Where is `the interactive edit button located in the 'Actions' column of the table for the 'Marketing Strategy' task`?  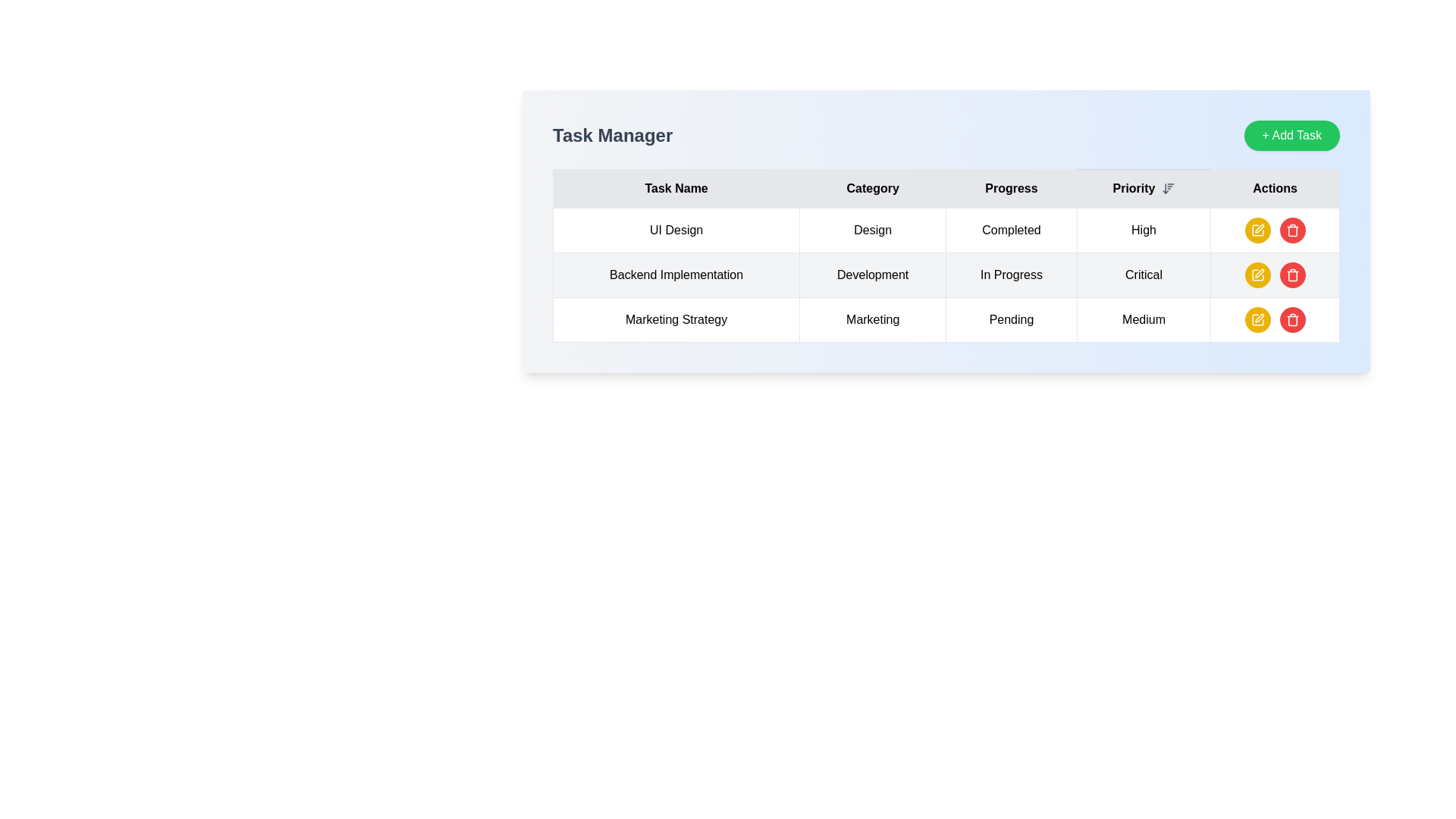 the interactive edit button located in the 'Actions' column of the table for the 'Marketing Strategy' task is located at coordinates (1257, 318).